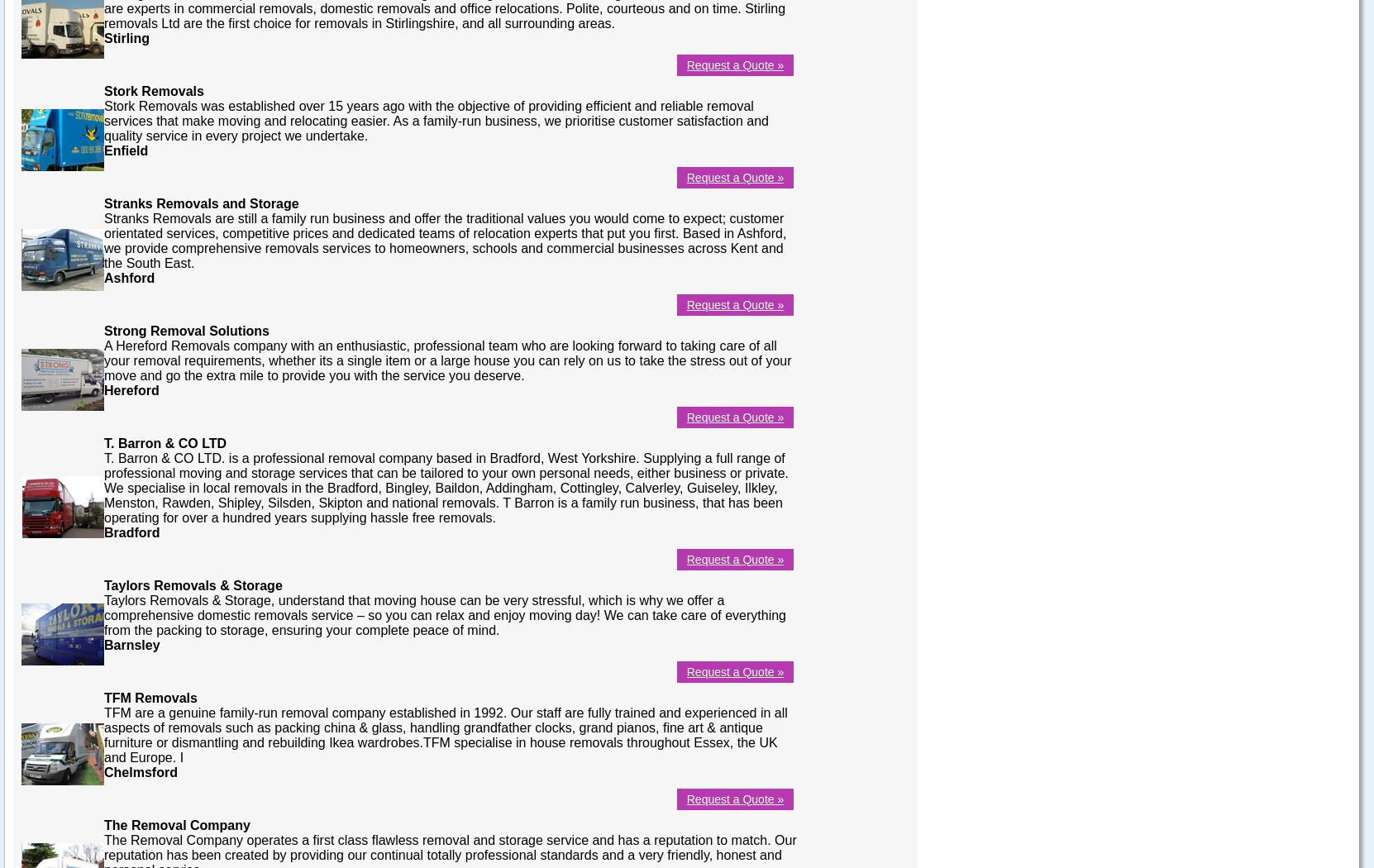 Image resolution: width=1374 pixels, height=868 pixels. Describe the element at coordinates (445, 486) in the screenshot. I see `'T. Barron & CO LTD. is a professional removal company based in Bradford, West Yorkshire.    Supplying a full range of professional moving and storage services that can be tailored to your own personal needs, either business or private.  We specialise in local removals in the Bradford, Bingley, Baildon, Addingham, Cottingley, Calverley, Guiseley, Ilkley, Menston, Rawden, Shipley, Silsden, Skipton and national removals.  T Barron is a family run business, that has been operating for over a hundred years supplying hassle free removals.'` at that location.